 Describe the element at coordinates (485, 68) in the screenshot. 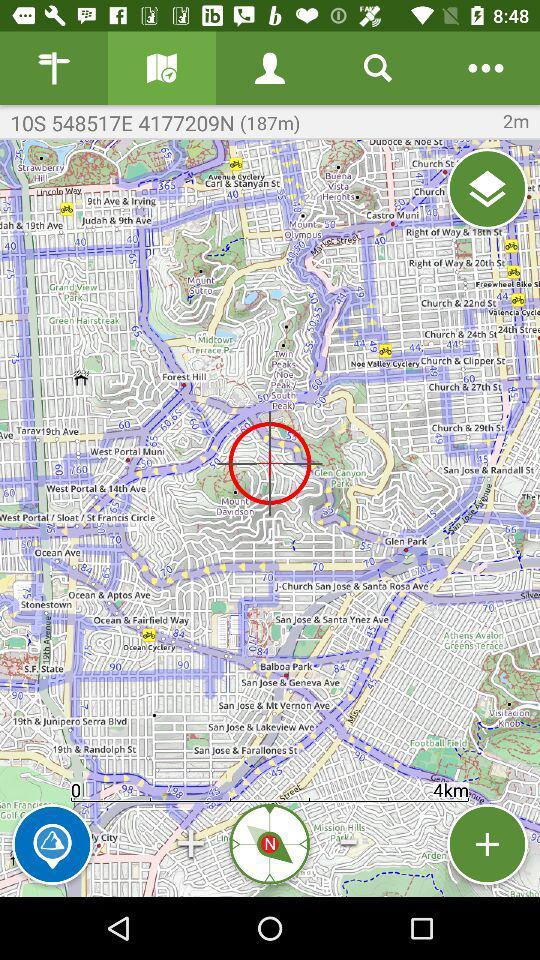

I see `show more actions` at that location.